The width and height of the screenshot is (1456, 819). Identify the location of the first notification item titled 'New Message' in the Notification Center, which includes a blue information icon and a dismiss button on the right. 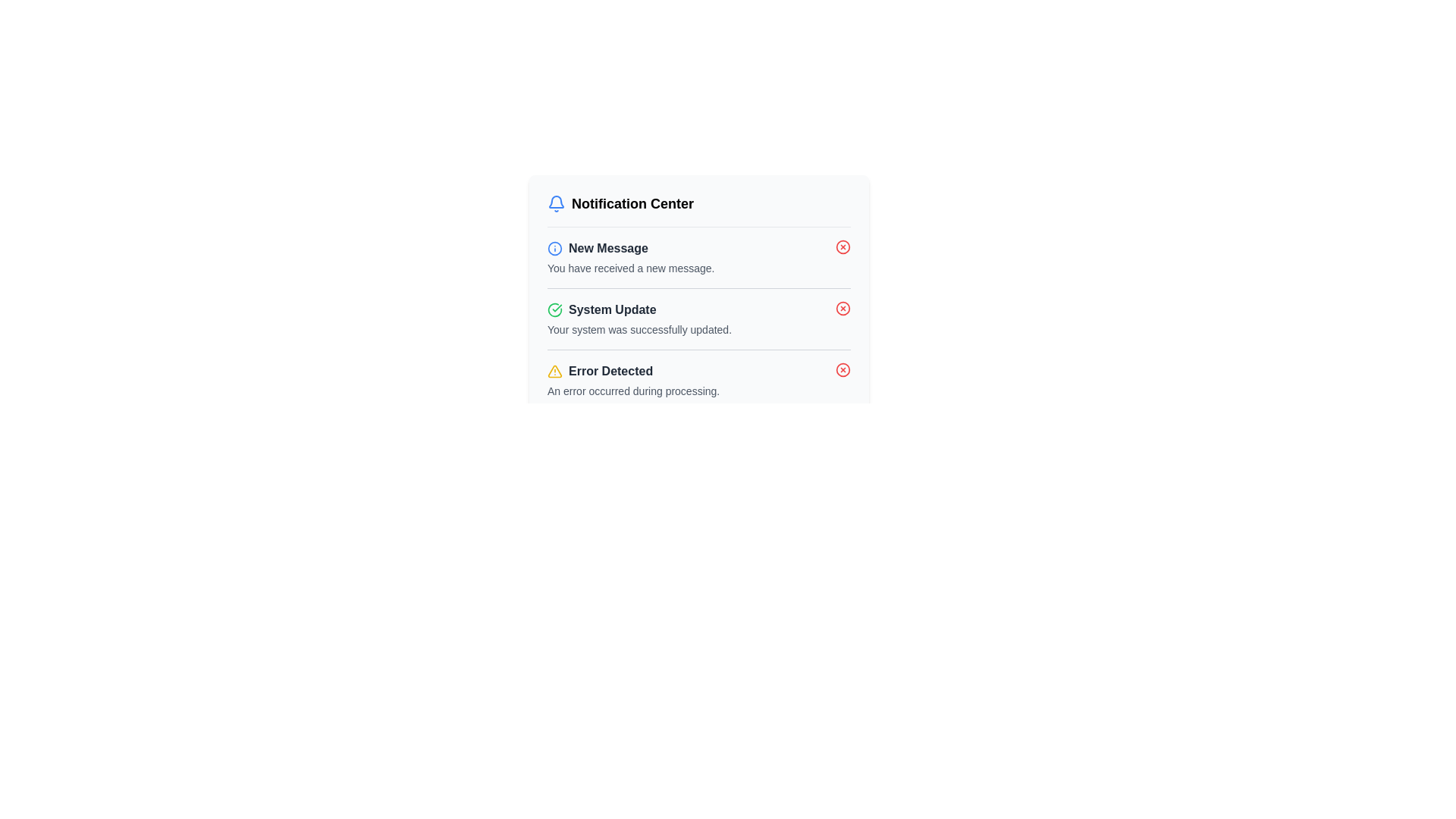
(698, 256).